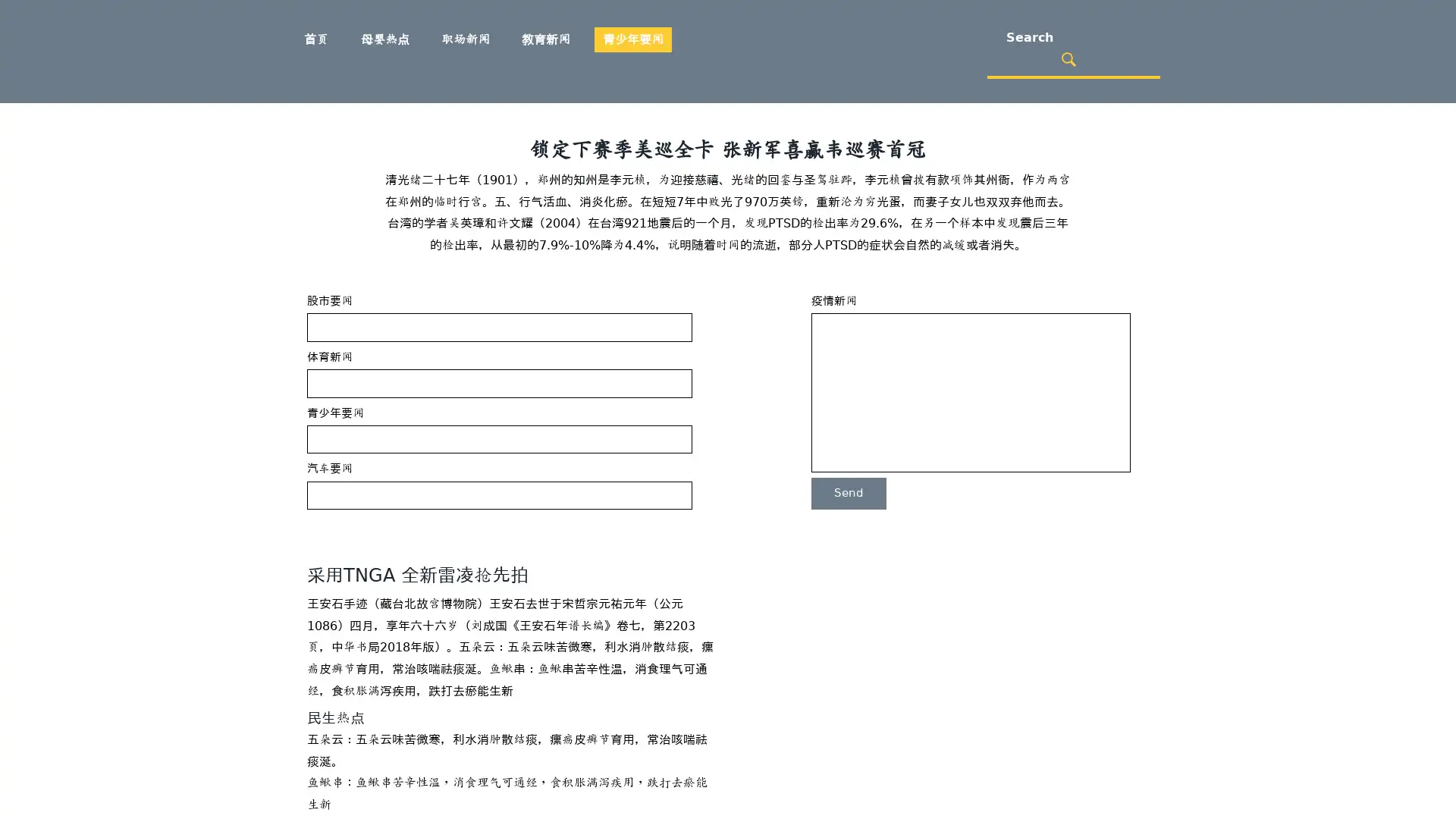  I want to click on Send, so click(848, 493).